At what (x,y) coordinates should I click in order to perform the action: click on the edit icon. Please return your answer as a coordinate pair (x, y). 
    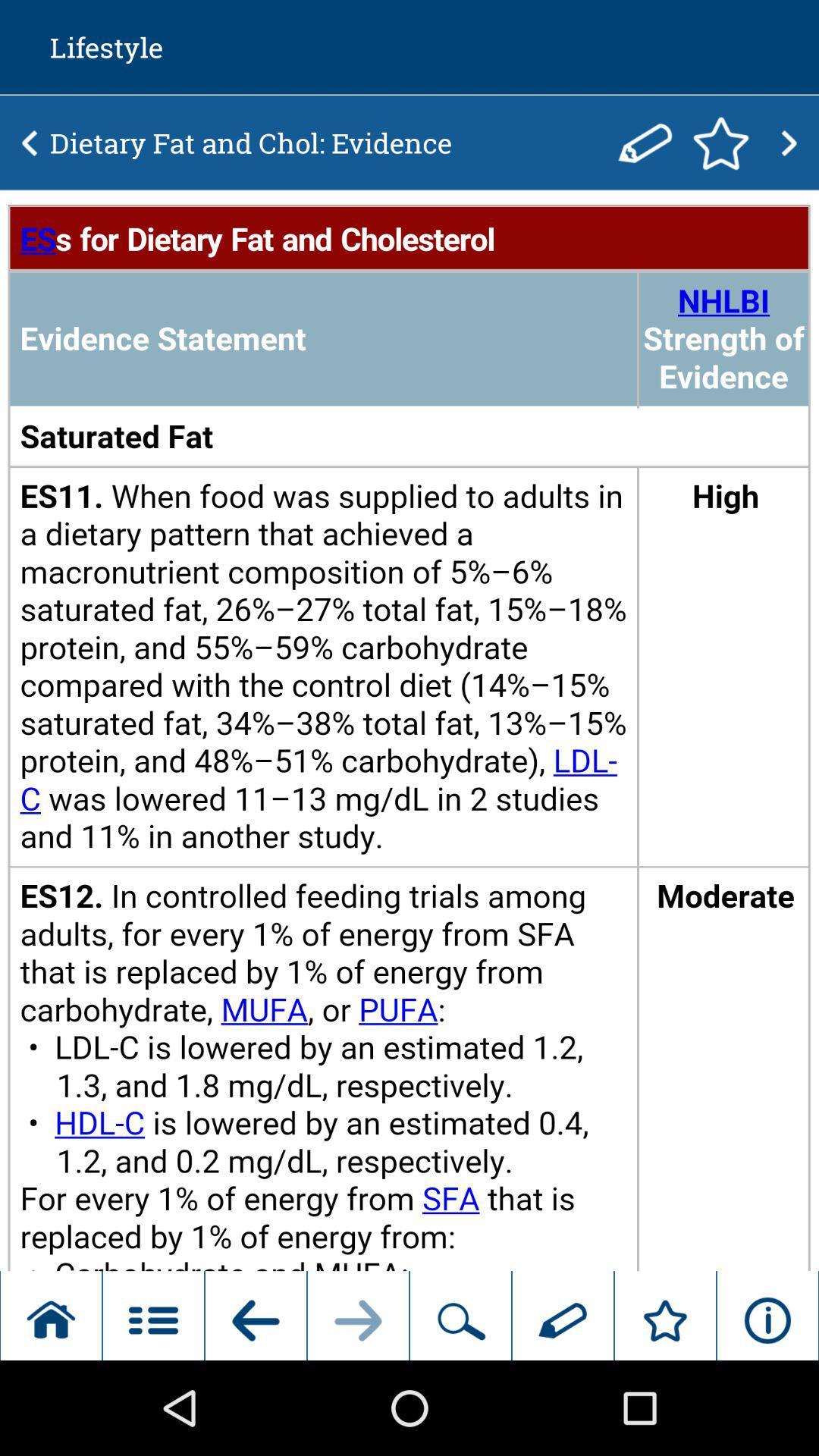
    Looking at the image, I should click on (645, 153).